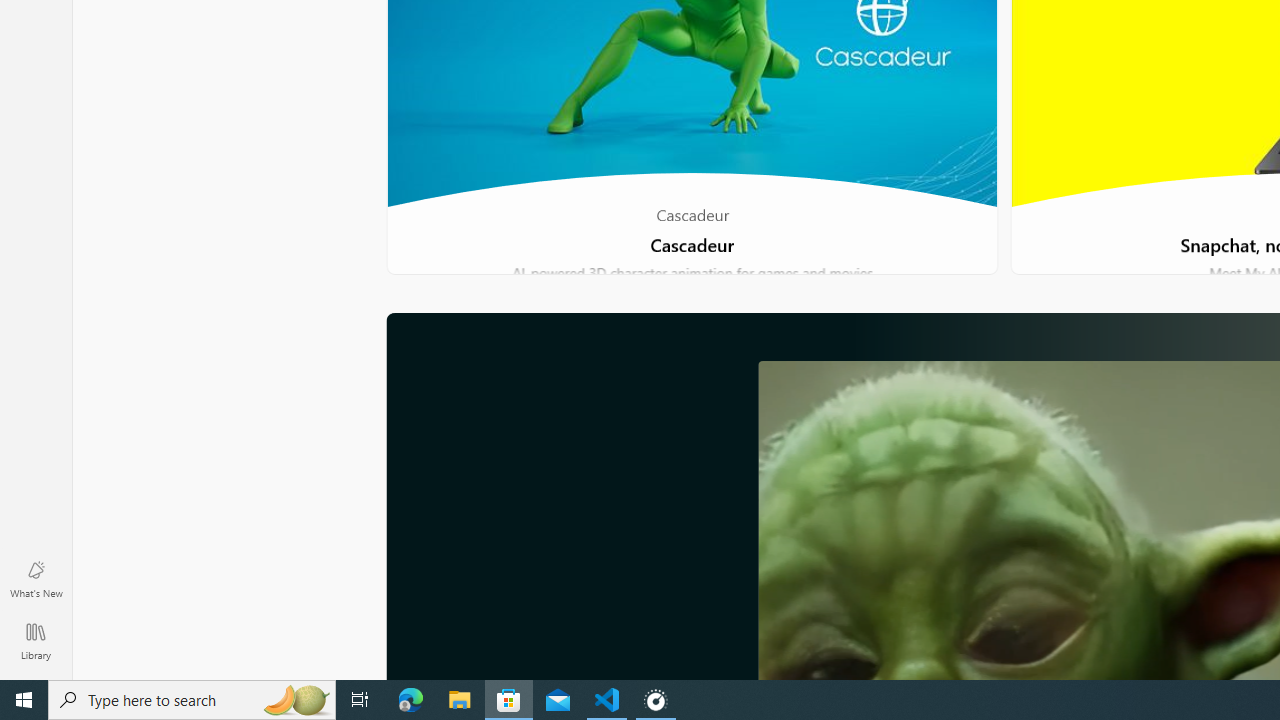 The height and width of the screenshot is (720, 1280). I want to click on 'What', so click(35, 578).